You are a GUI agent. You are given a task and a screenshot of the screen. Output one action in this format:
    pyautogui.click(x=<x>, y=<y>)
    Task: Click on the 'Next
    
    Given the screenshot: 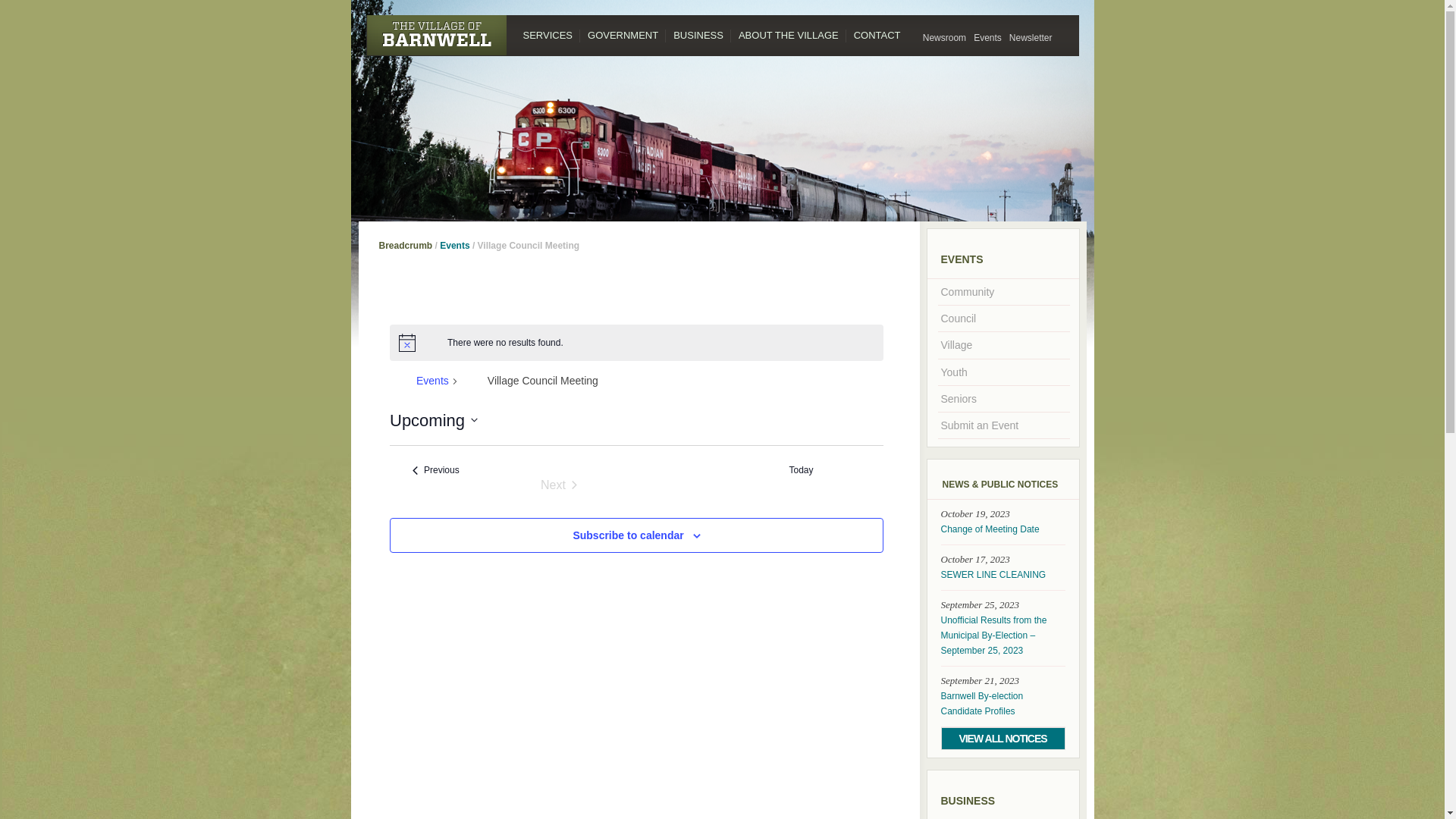 What is the action you would take?
    pyautogui.click(x=558, y=485)
    